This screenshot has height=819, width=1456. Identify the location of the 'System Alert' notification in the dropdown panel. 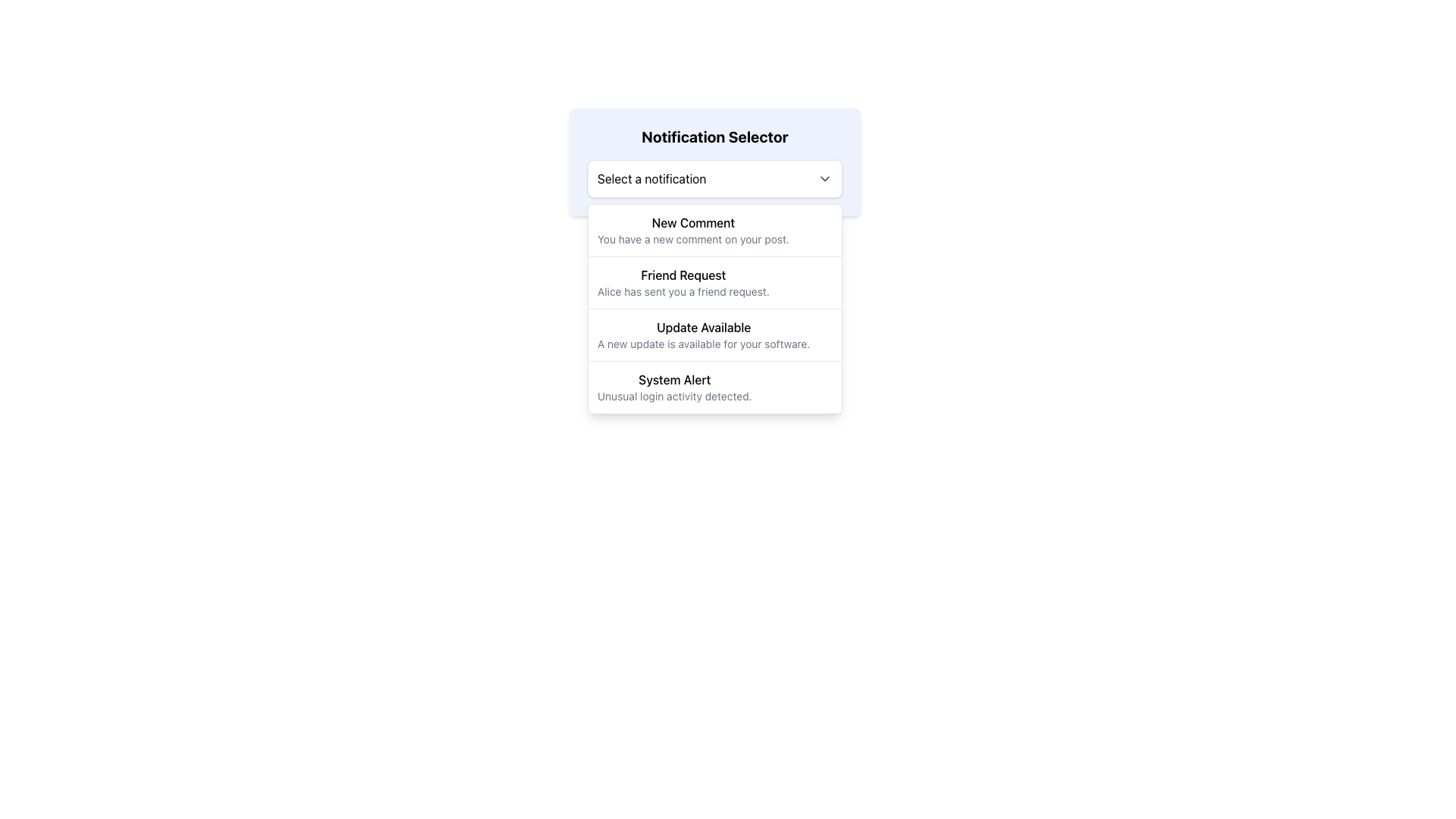
(673, 386).